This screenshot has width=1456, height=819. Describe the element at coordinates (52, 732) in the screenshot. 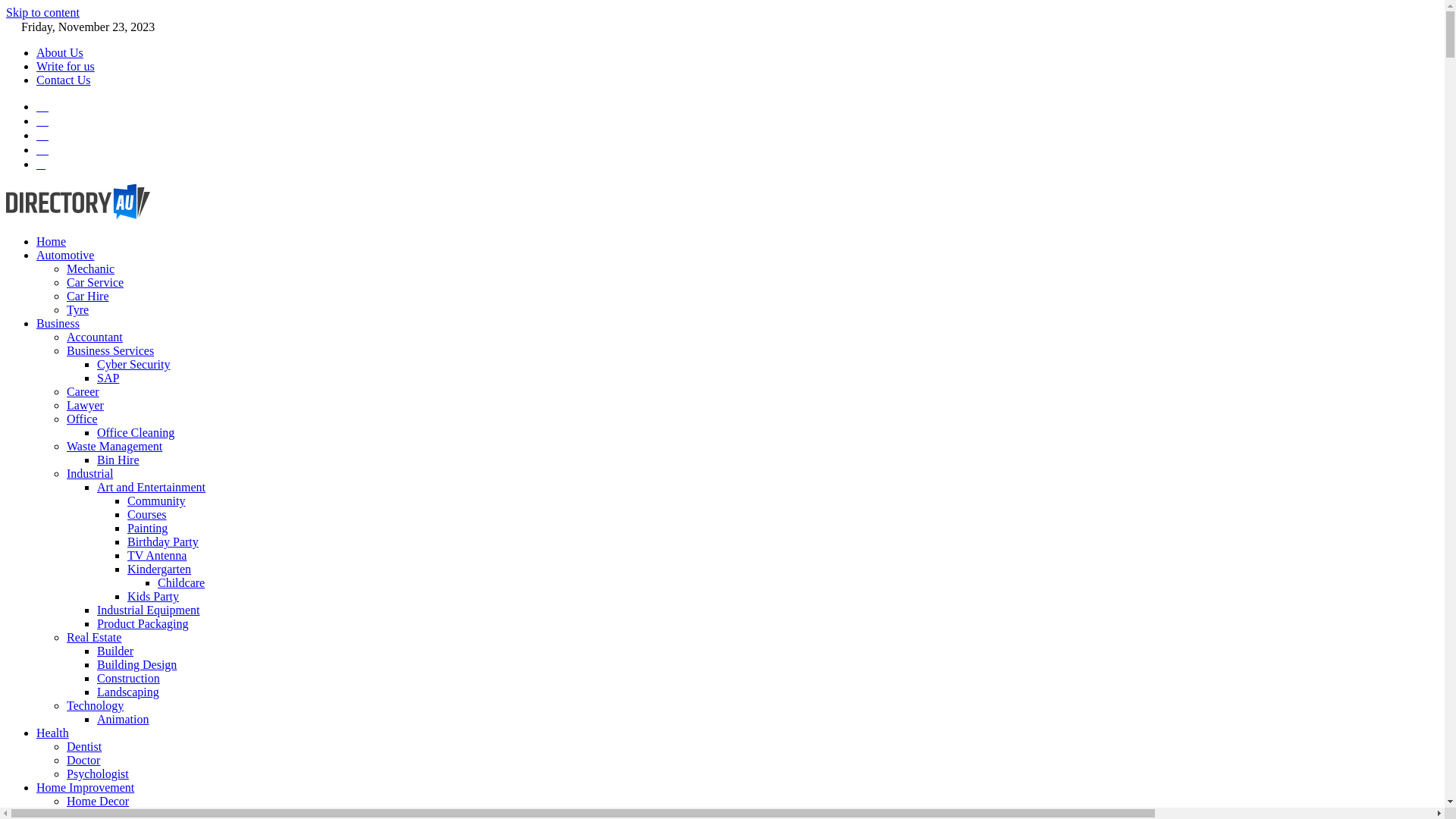

I see `'Health'` at that location.